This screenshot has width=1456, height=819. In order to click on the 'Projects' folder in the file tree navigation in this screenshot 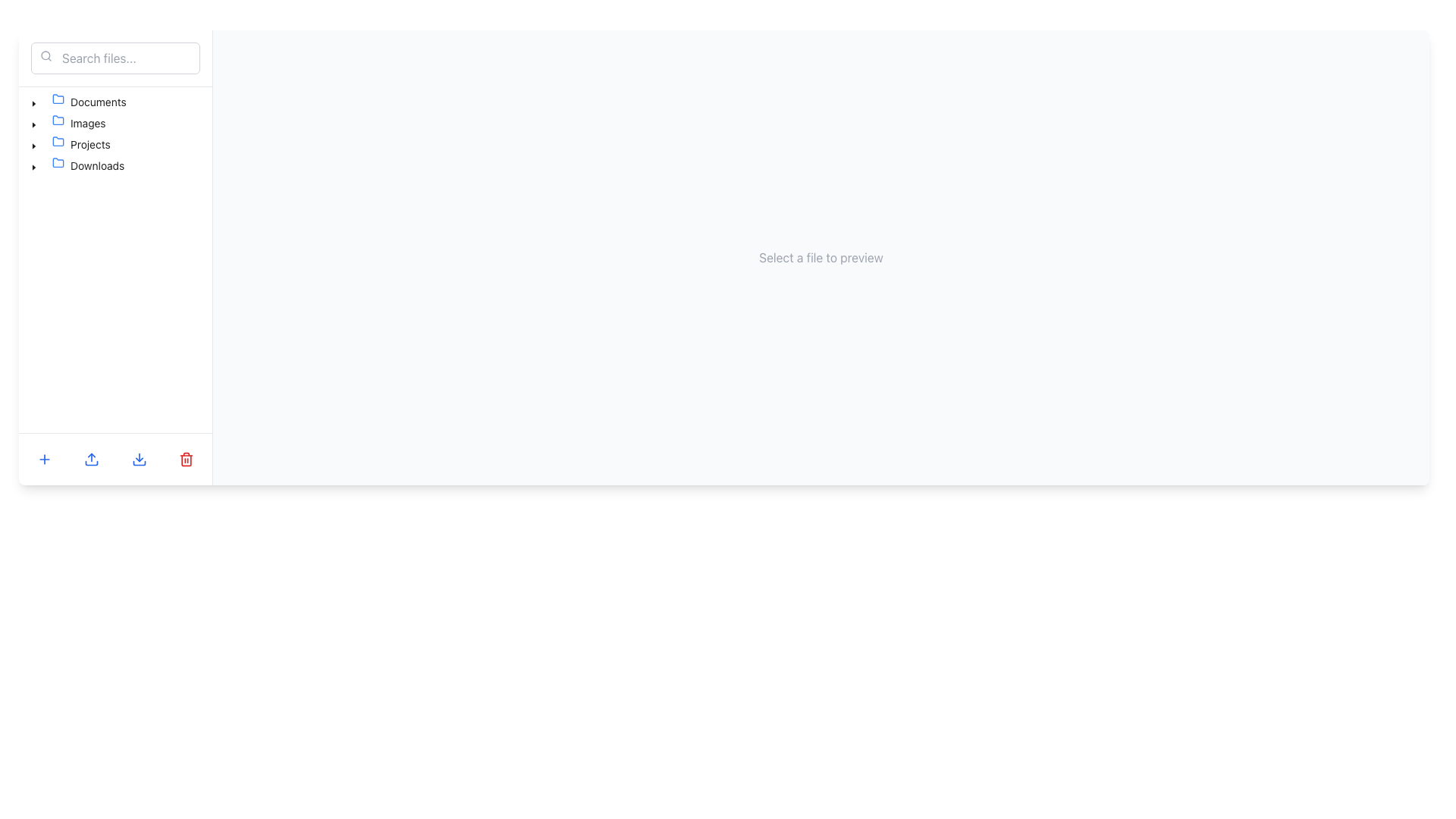, I will do `click(80, 145)`.